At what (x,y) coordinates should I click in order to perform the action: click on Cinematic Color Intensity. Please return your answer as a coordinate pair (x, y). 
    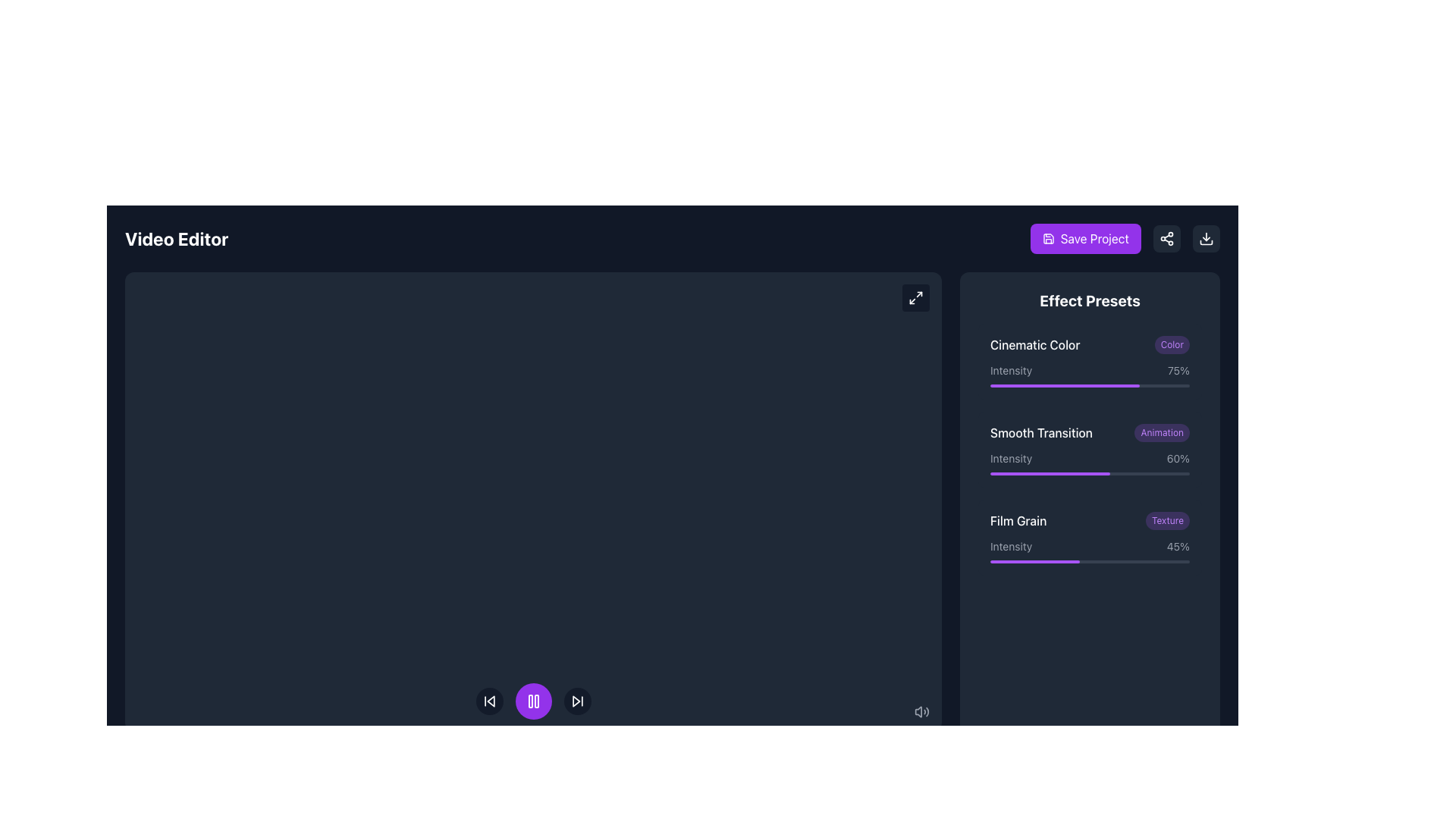
    Looking at the image, I should click on (1087, 385).